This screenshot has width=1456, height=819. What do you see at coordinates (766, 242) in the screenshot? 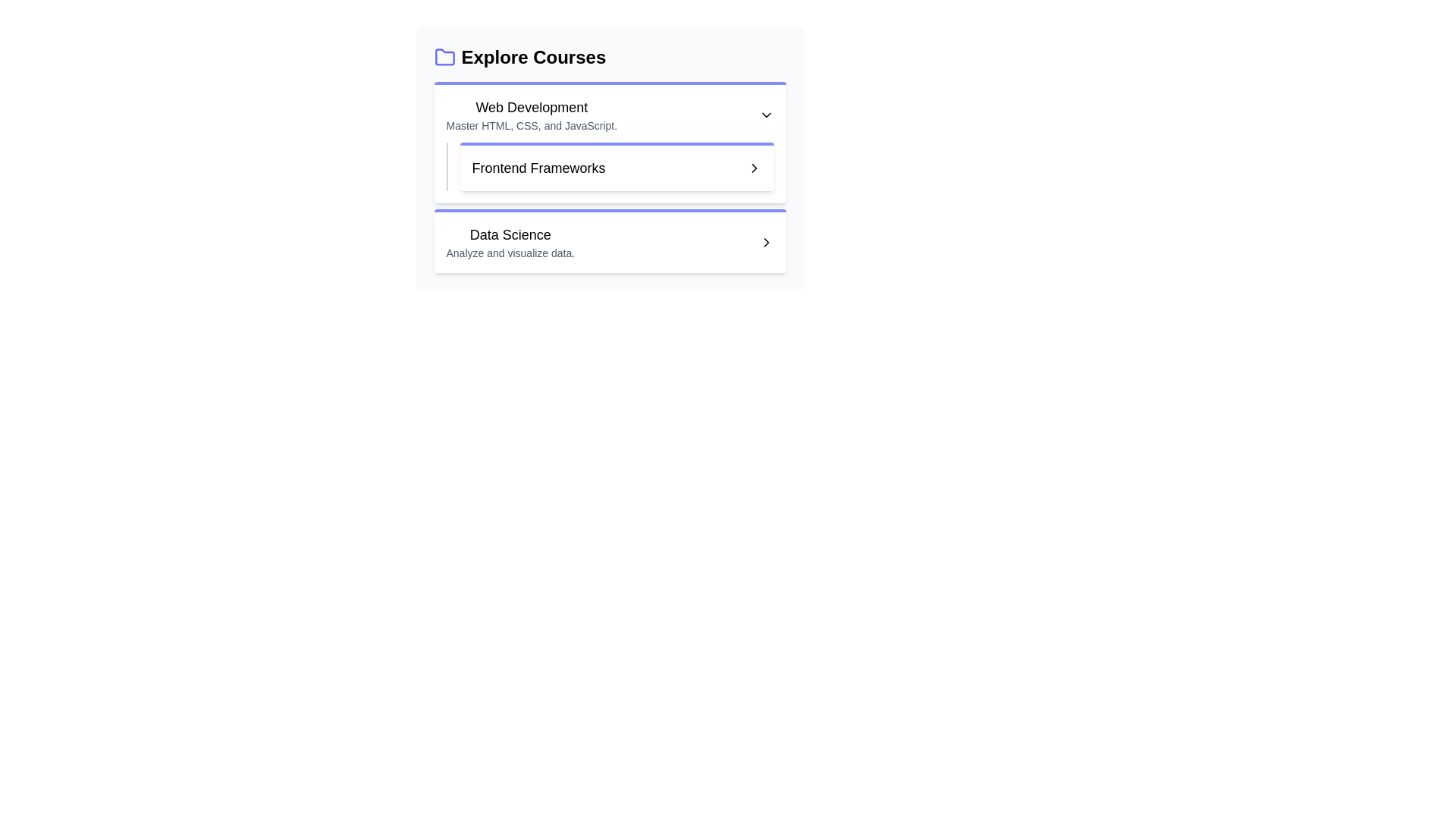
I see `the rightmost icon in the 'Data Science' section` at bounding box center [766, 242].